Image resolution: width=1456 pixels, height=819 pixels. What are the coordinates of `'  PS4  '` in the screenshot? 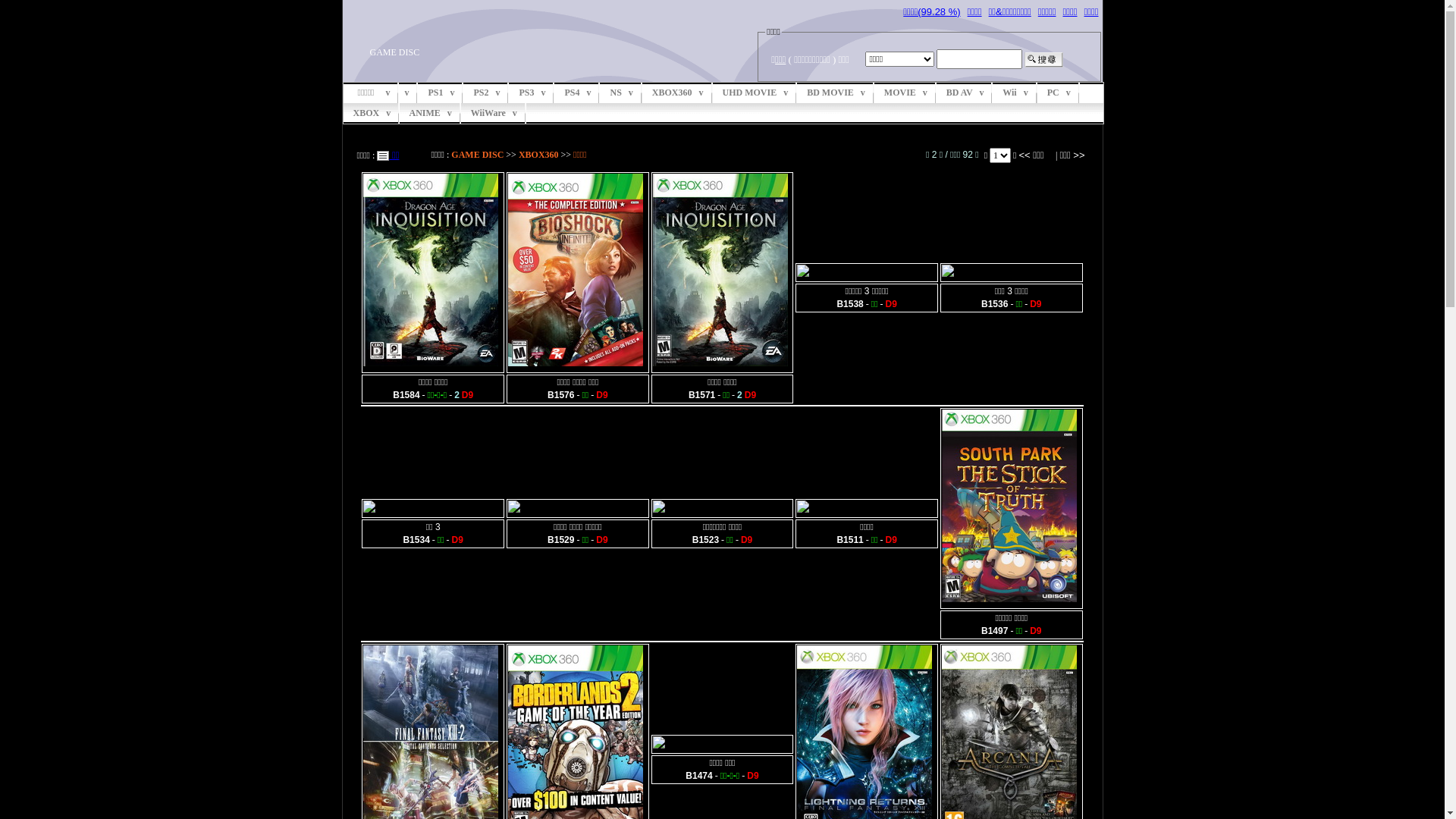 It's located at (576, 93).